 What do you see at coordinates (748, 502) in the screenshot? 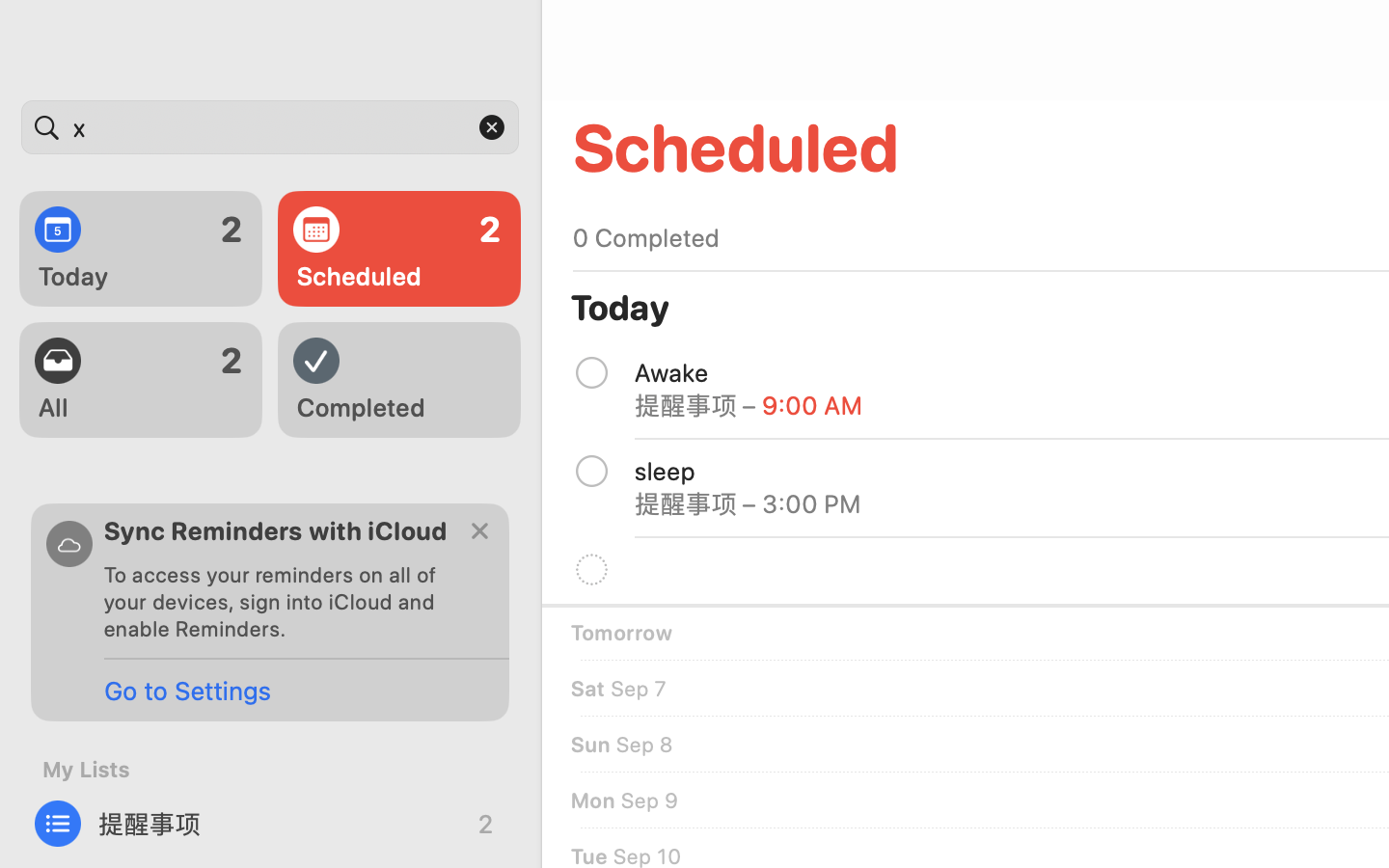
I see `'提醒事项 – 3:00 PM'` at bounding box center [748, 502].